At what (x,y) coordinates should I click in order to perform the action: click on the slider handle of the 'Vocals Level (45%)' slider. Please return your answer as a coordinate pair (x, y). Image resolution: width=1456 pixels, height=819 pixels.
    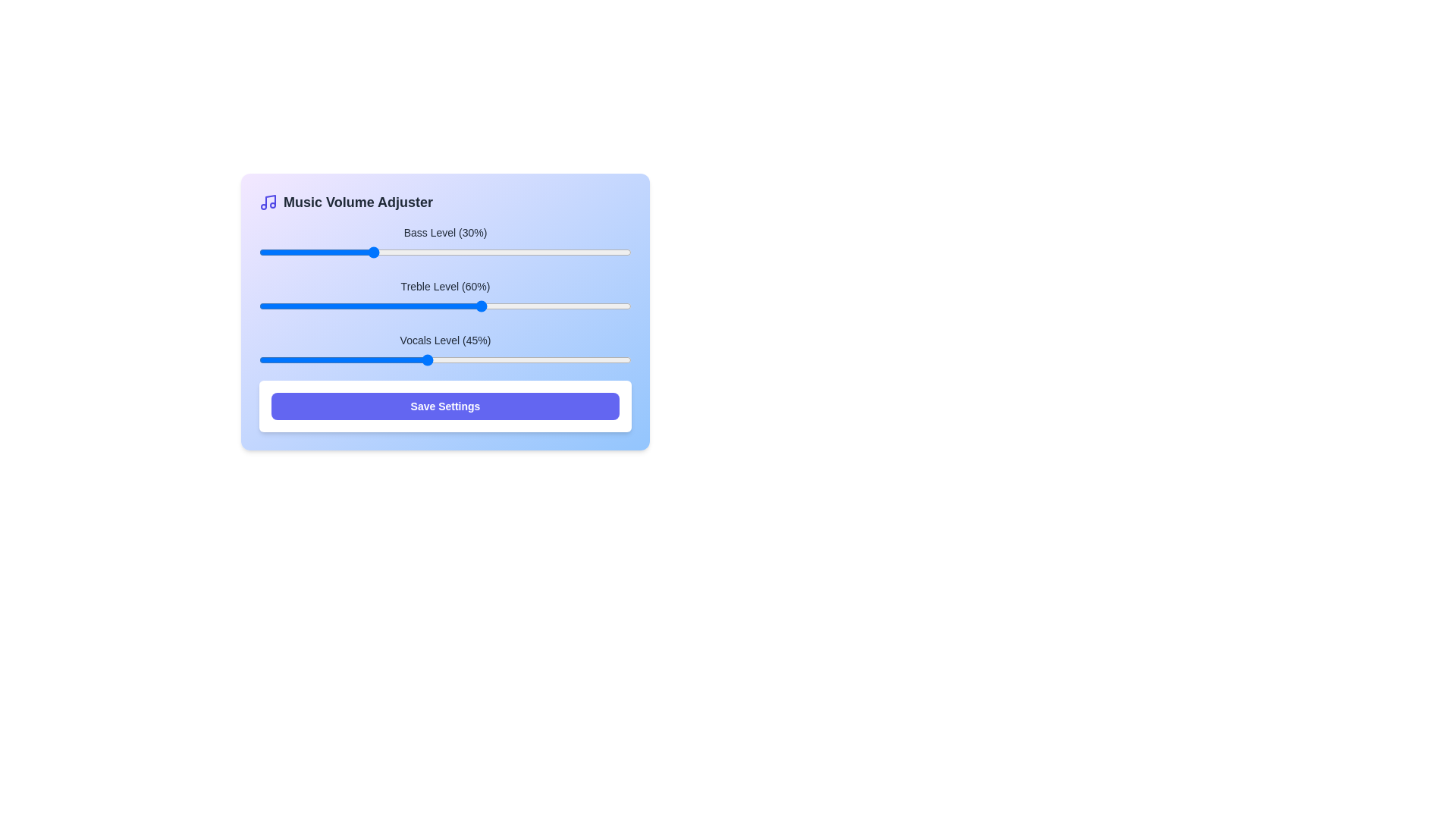
    Looking at the image, I should click on (444, 350).